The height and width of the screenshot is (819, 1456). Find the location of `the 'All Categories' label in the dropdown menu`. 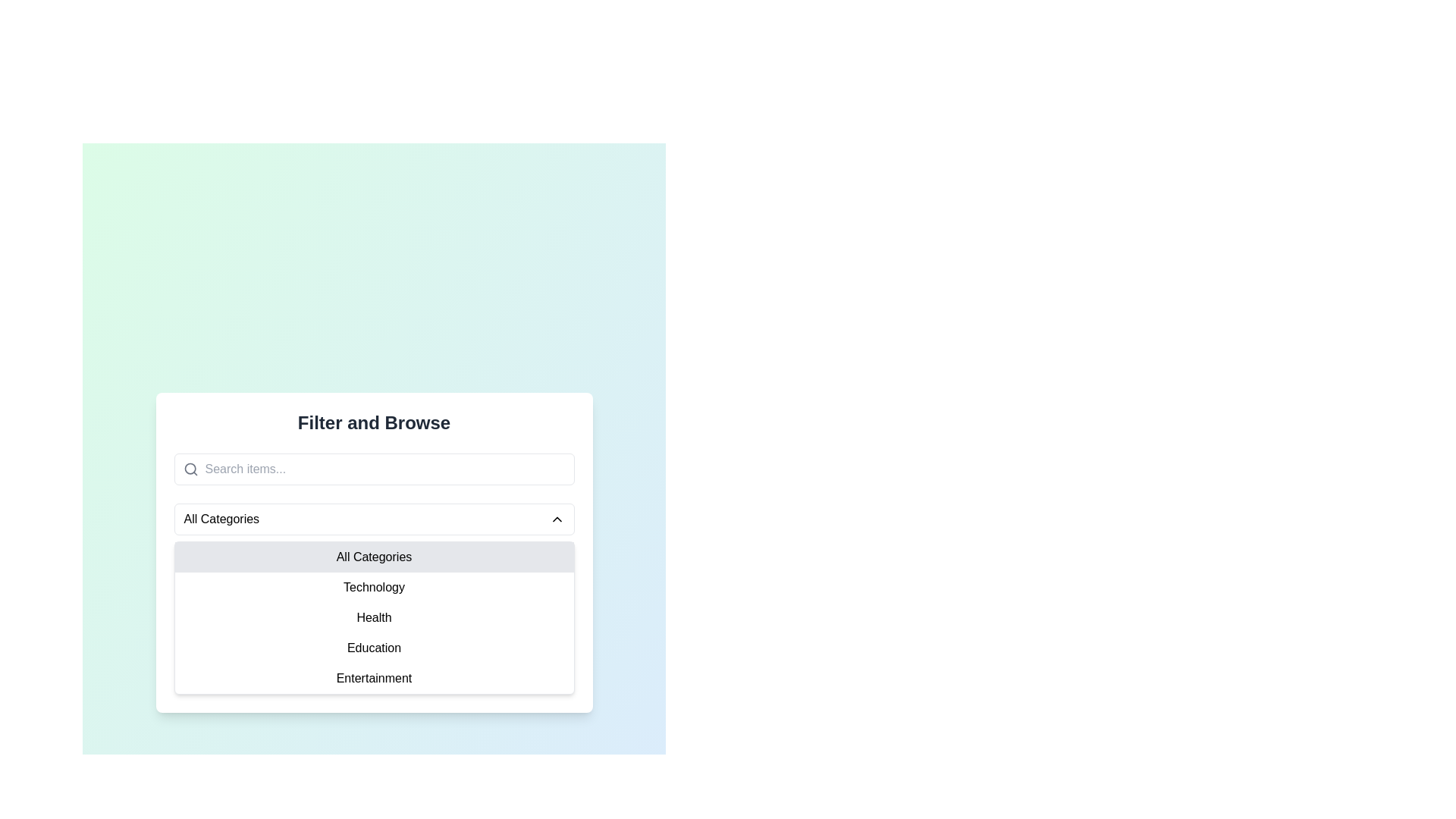

the 'All Categories' label in the dropdown menu is located at coordinates (221, 519).